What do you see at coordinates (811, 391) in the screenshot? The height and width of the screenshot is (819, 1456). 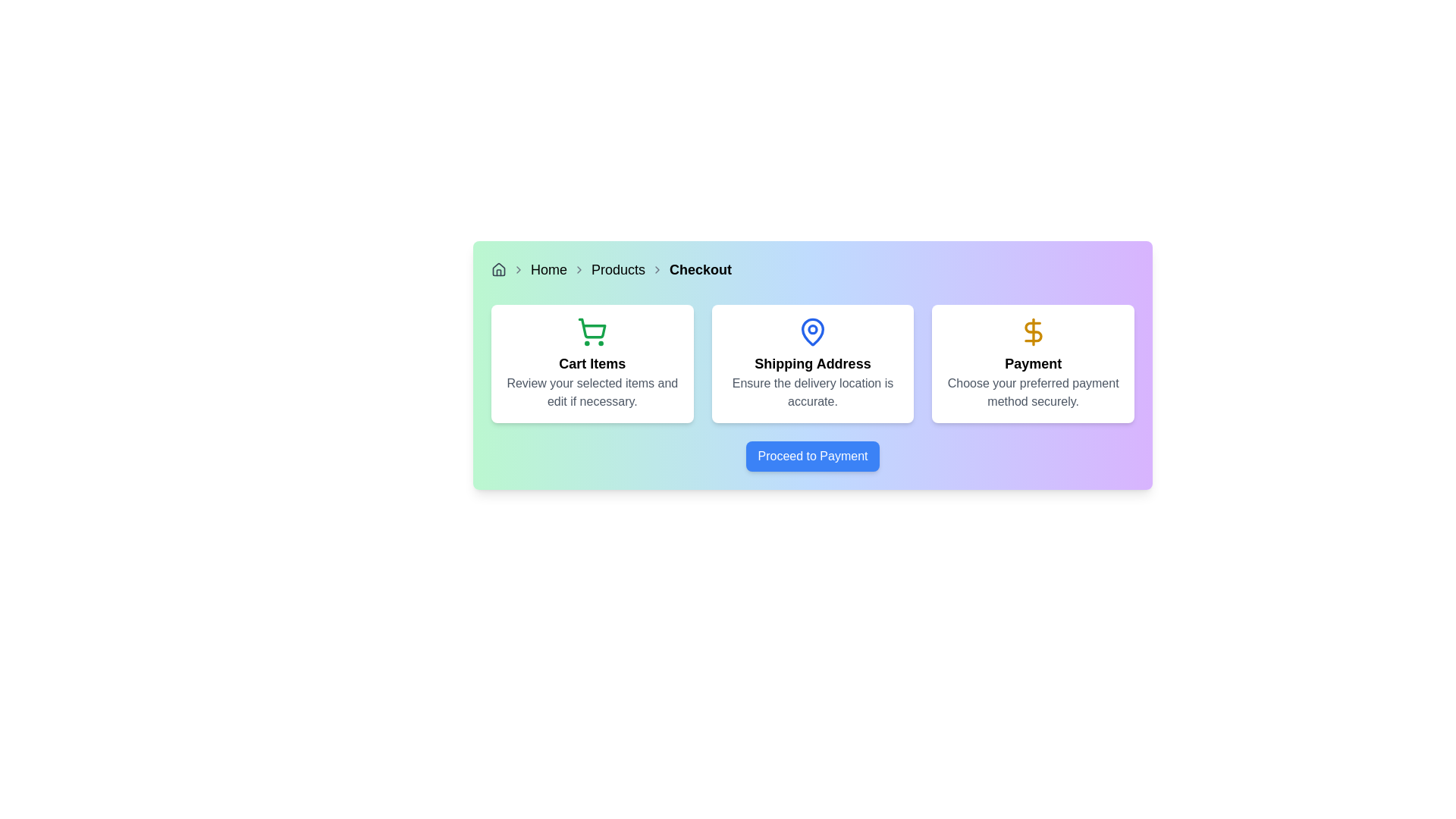 I see `the static text field displaying the message 'Ensure the delivery location is accurate.' located under the heading 'Shipping Address' in the card box` at bounding box center [811, 391].